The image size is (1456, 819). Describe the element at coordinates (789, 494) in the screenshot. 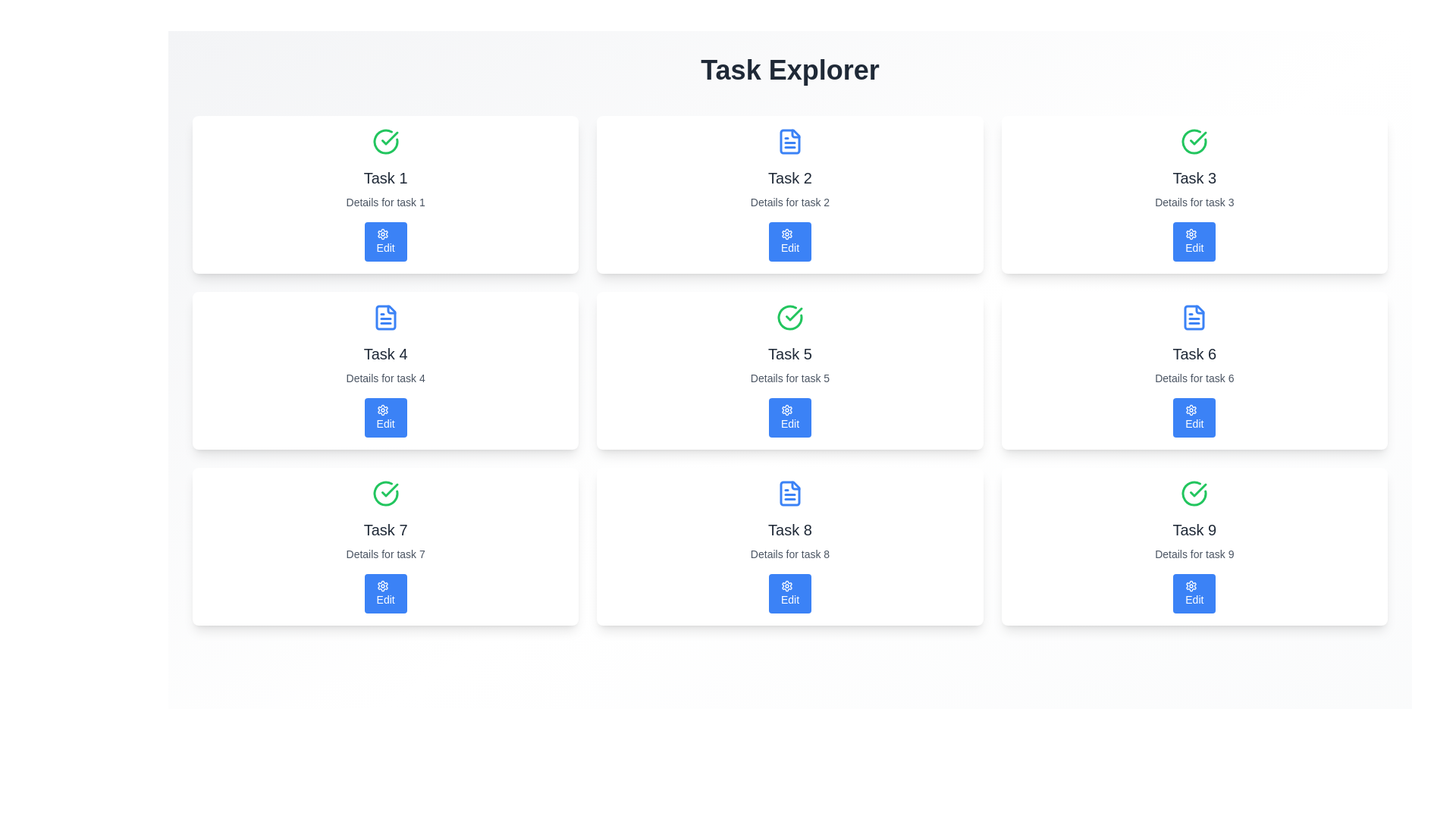

I see `the blue document-like SVG icon located at the top-center of the 'Task 8' card, which is visually recognizable by its distinct color and position above the text 'Task 8'` at that location.